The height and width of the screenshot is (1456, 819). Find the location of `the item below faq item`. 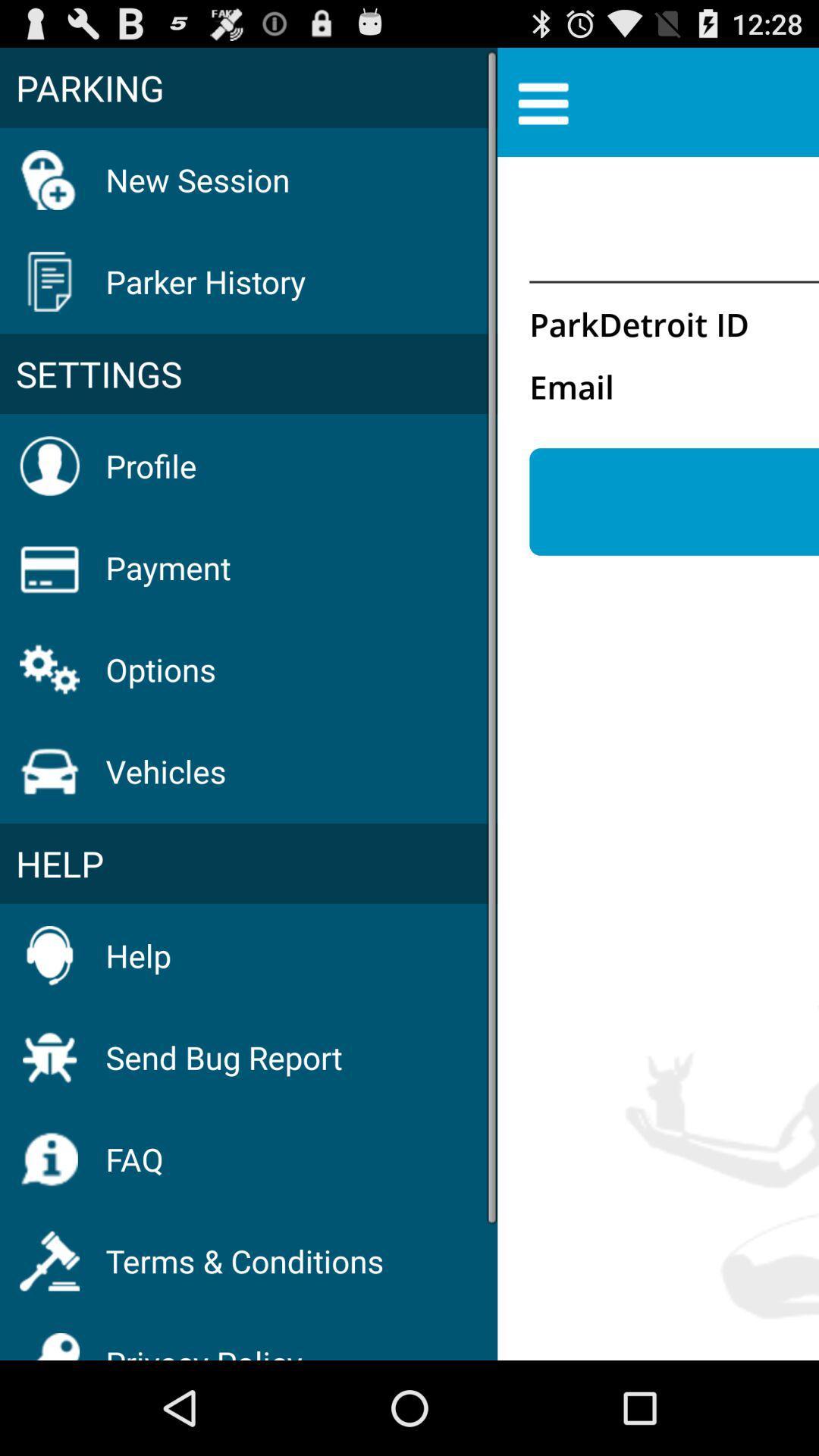

the item below faq item is located at coordinates (243, 1260).